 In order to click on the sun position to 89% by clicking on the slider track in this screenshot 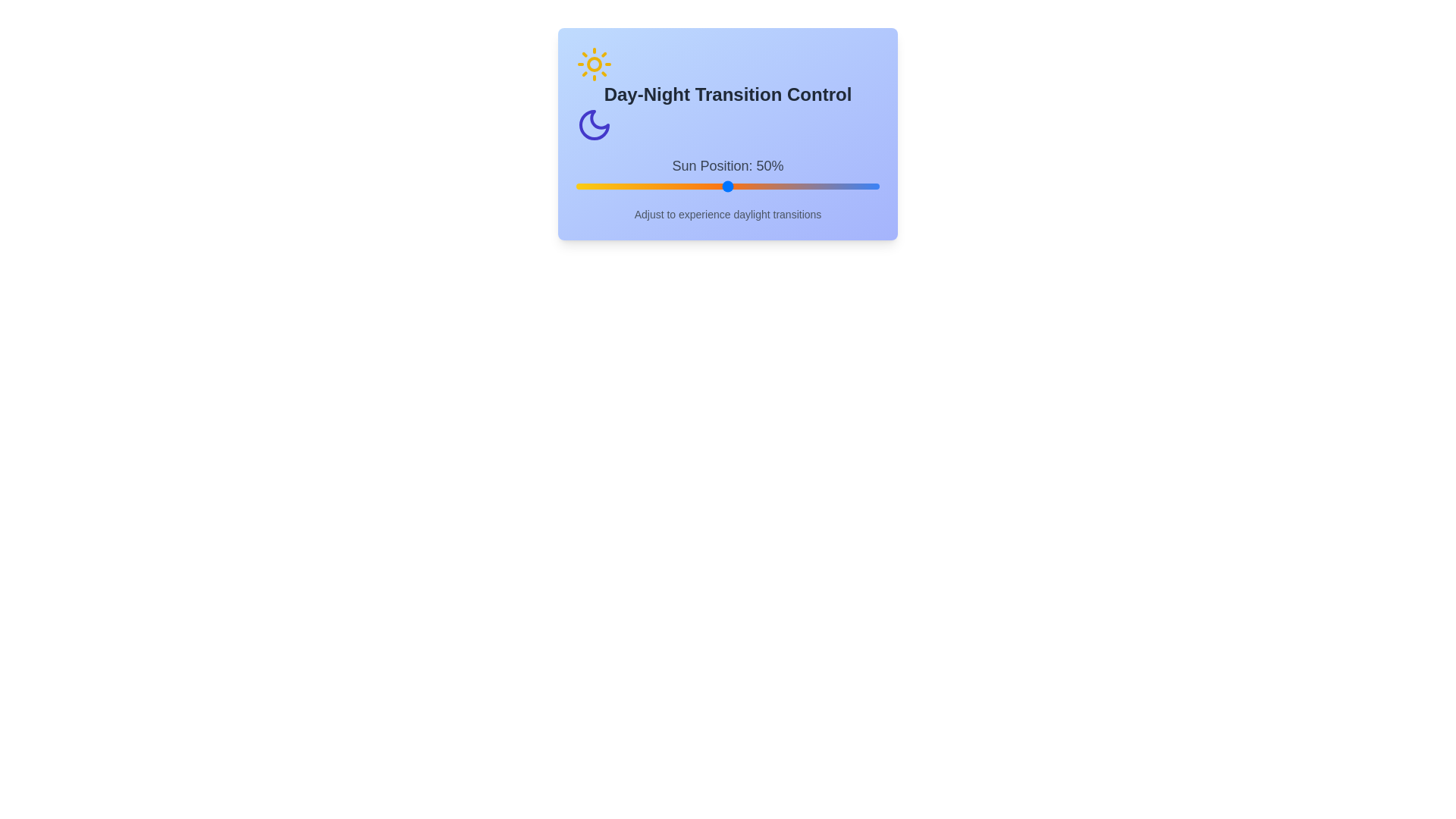, I will do `click(846, 186)`.